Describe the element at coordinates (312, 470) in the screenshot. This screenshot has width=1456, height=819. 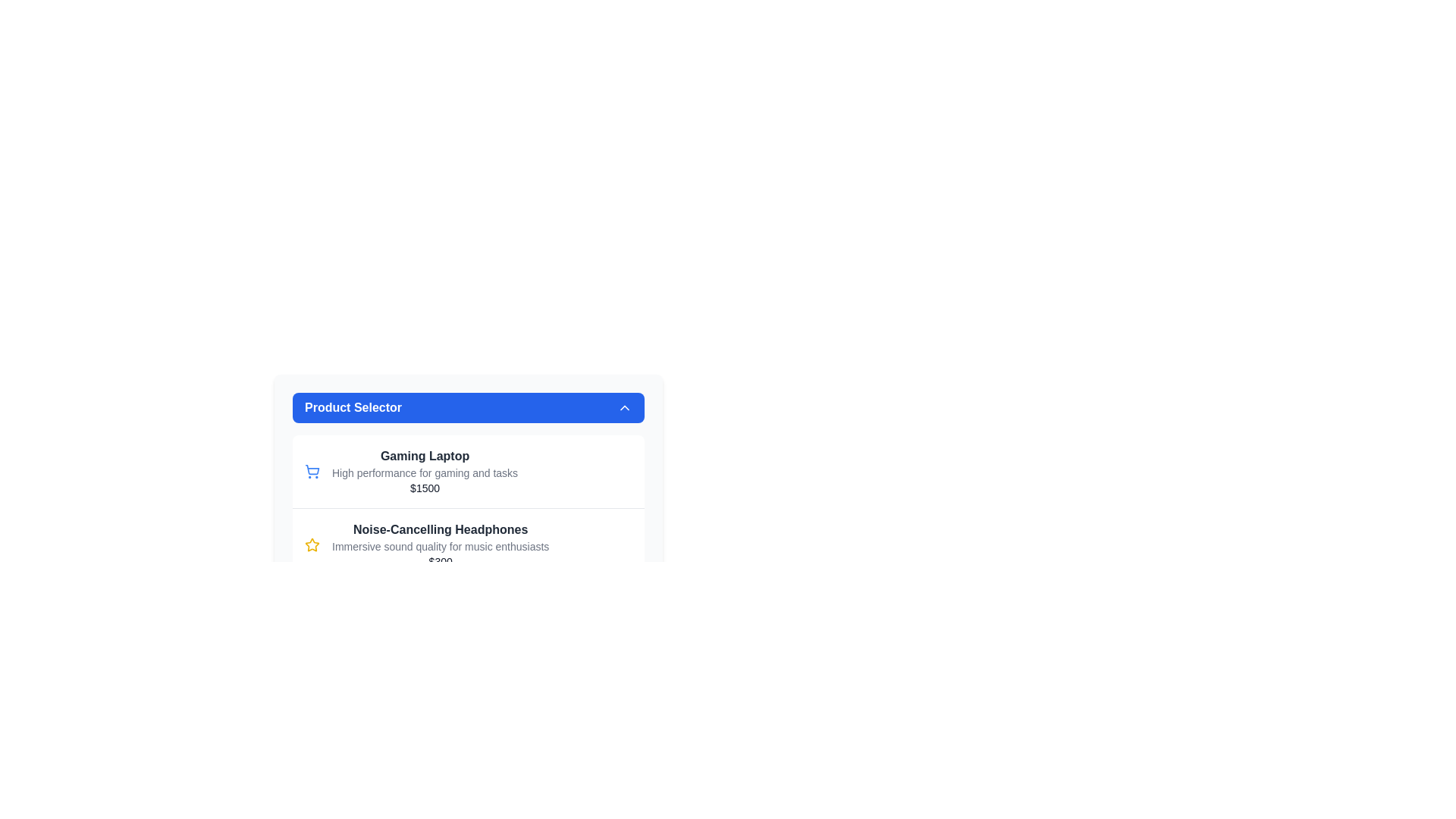
I see `the shopping cart icon located to the left of the 'Gaming Laptop' text, slightly above it` at that location.